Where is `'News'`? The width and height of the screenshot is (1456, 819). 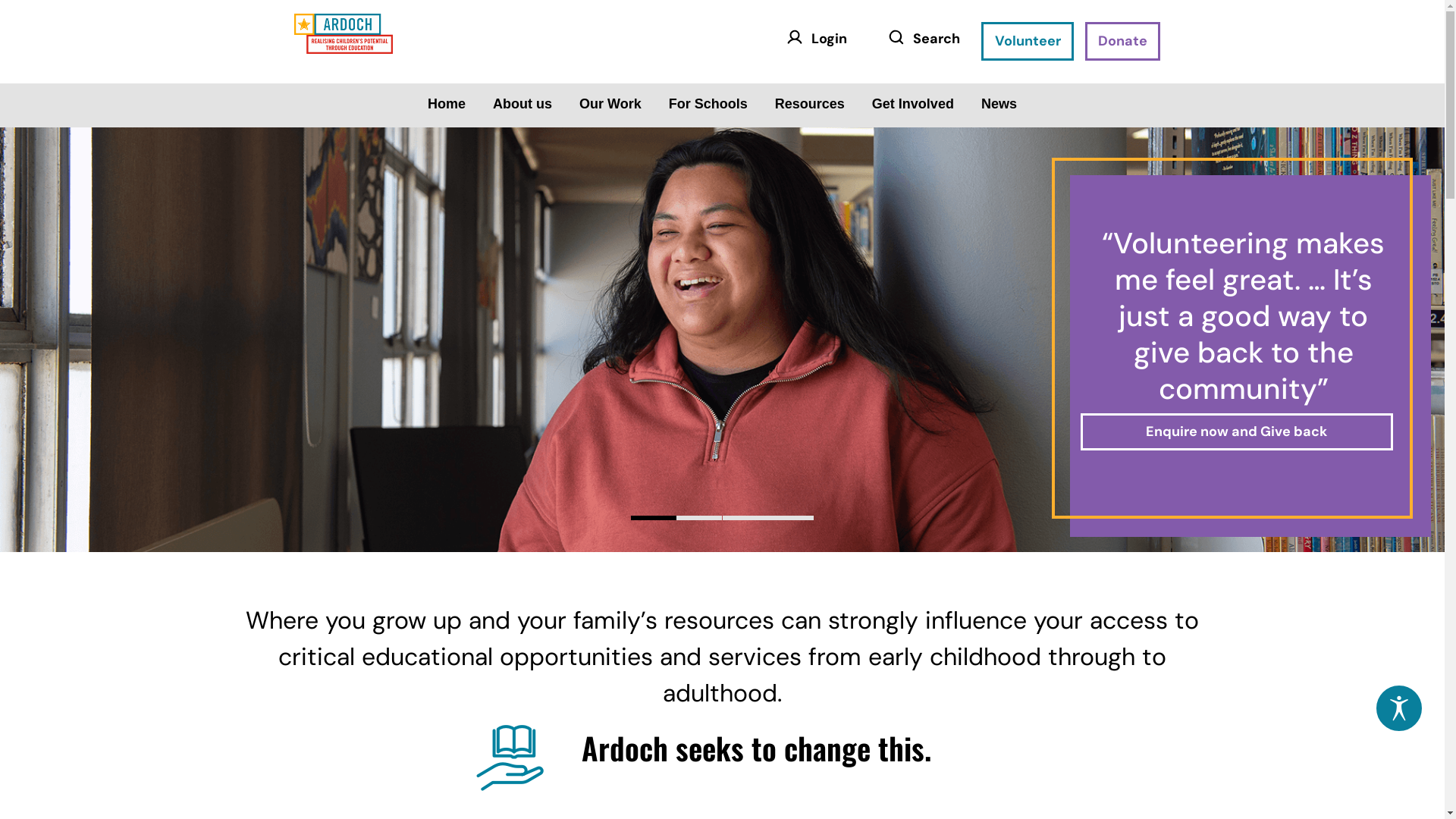 'News' is located at coordinates (999, 103).